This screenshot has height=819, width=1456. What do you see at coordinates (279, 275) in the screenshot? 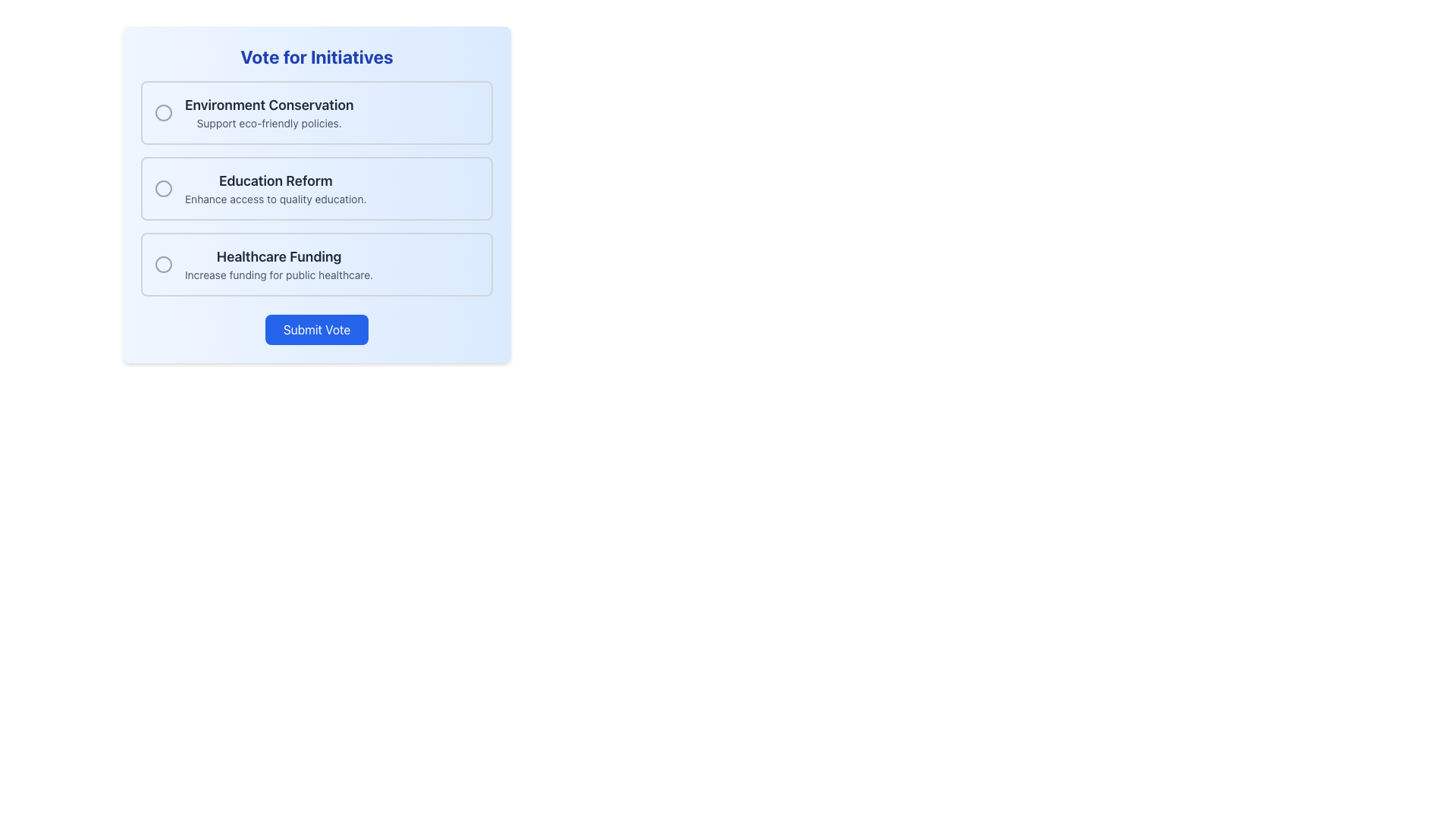
I see `text label providing details about the 'Healthcare Funding' initiative, located below the title 'Healthcare Funding' in the 'Vote for Initiatives' interface` at bounding box center [279, 275].